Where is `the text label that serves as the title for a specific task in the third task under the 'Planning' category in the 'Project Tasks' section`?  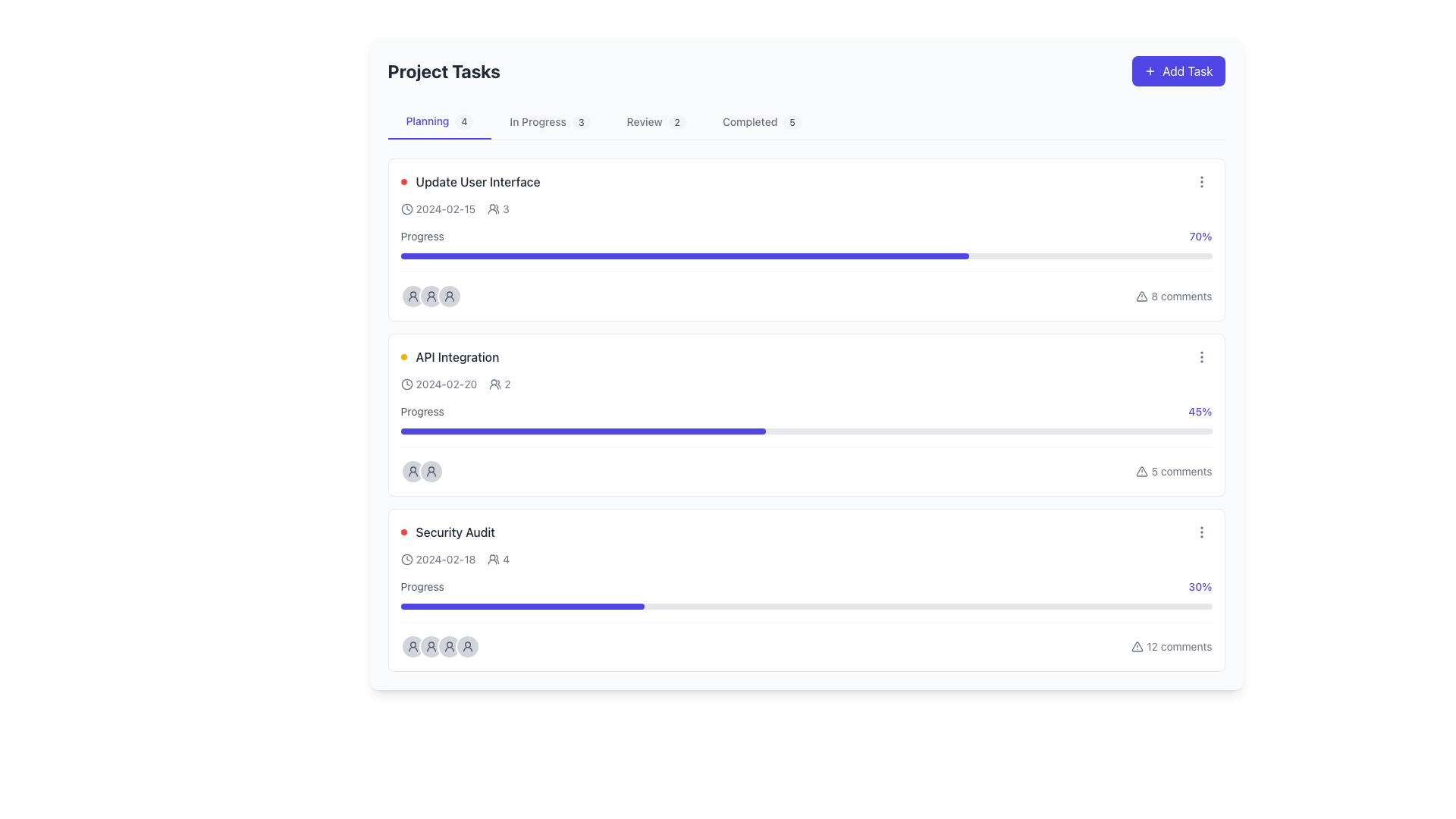
the text label that serves as the title for a specific task in the third task under the 'Planning' category in the 'Project Tasks' section is located at coordinates (454, 532).